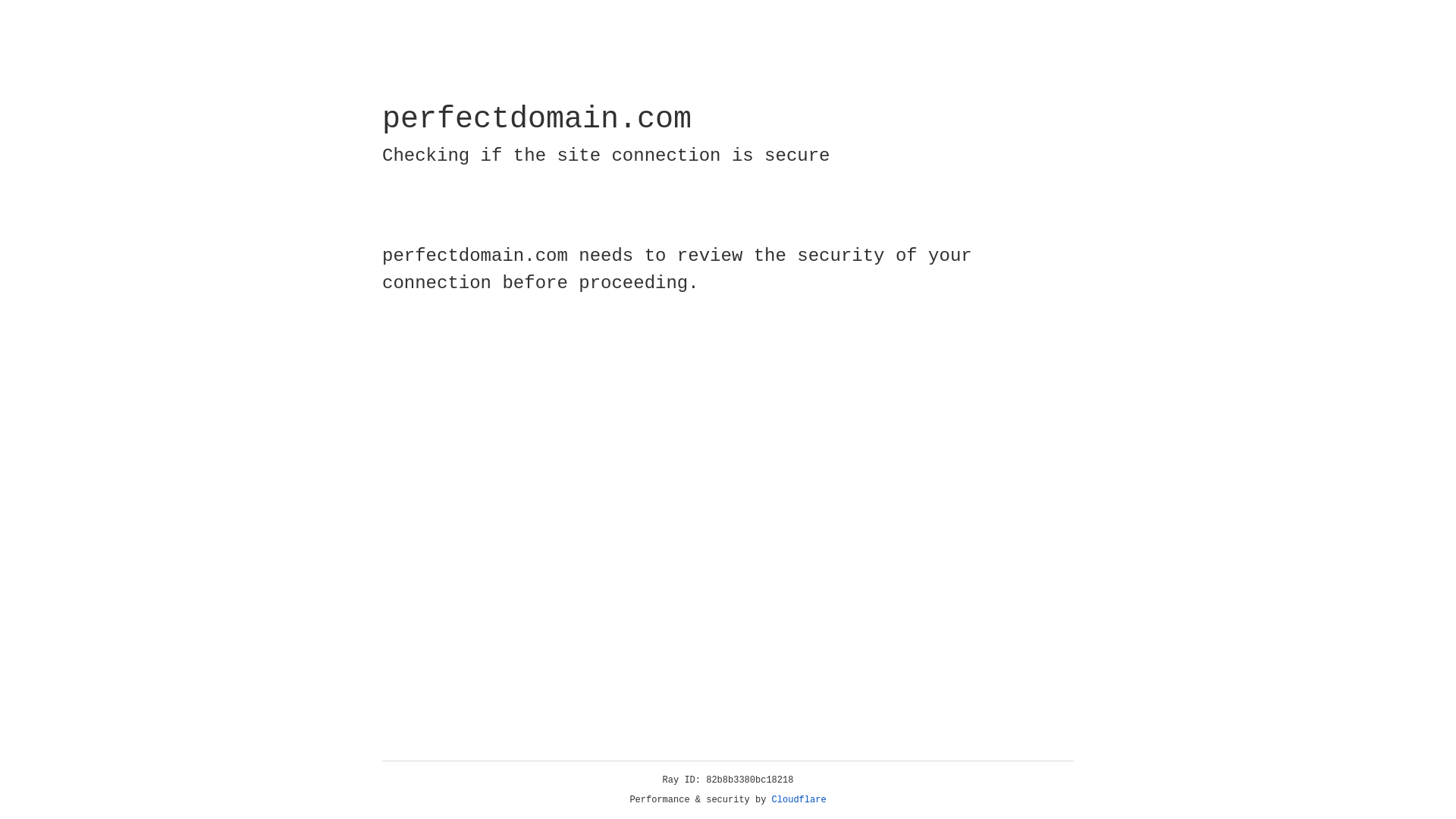 The height and width of the screenshot is (819, 1456). What do you see at coordinates (799, 799) in the screenshot?
I see `'Cloudflare'` at bounding box center [799, 799].